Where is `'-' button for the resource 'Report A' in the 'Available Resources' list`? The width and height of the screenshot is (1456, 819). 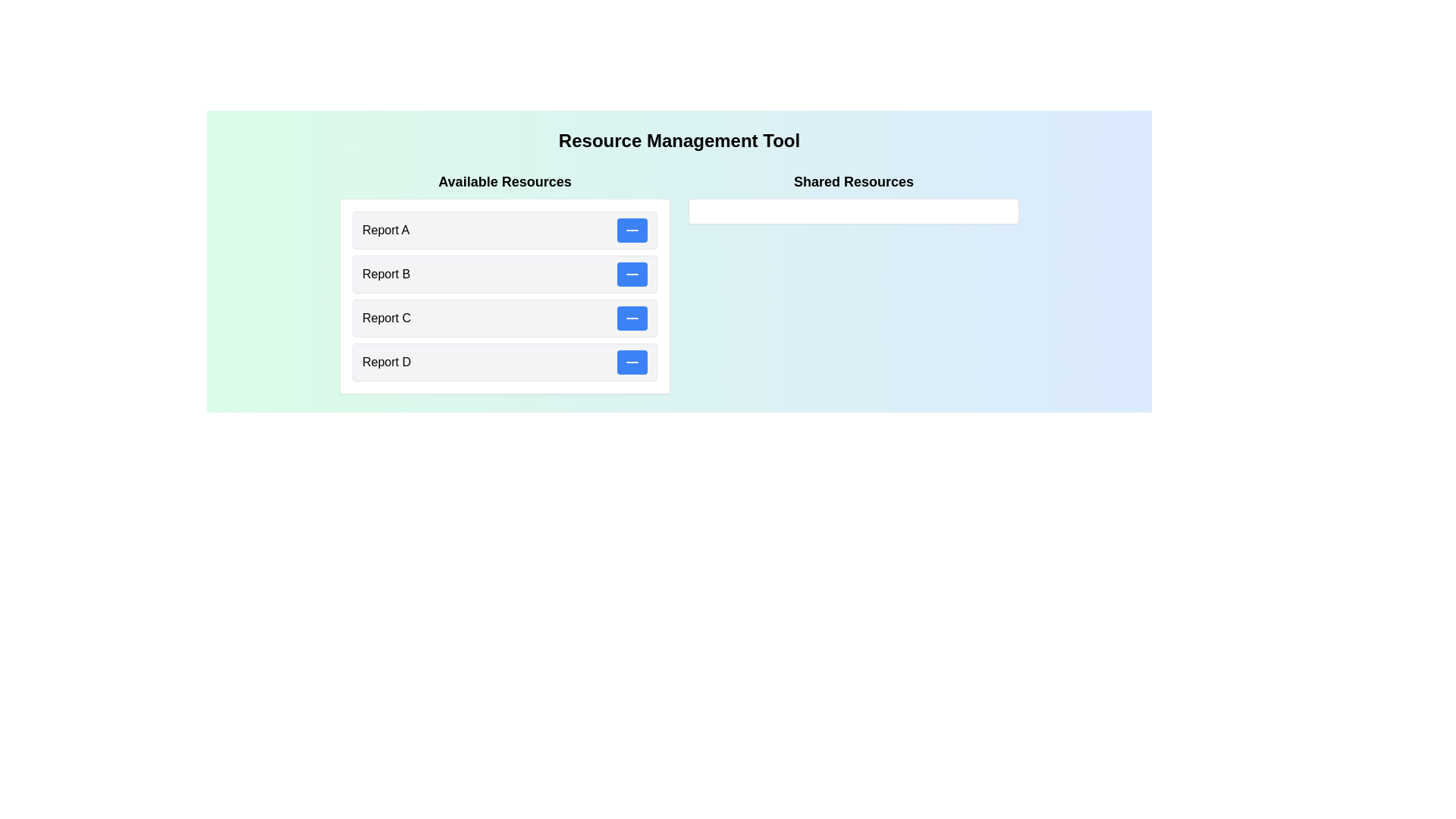
'-' button for the resource 'Report A' in the 'Available Resources' list is located at coordinates (632, 231).